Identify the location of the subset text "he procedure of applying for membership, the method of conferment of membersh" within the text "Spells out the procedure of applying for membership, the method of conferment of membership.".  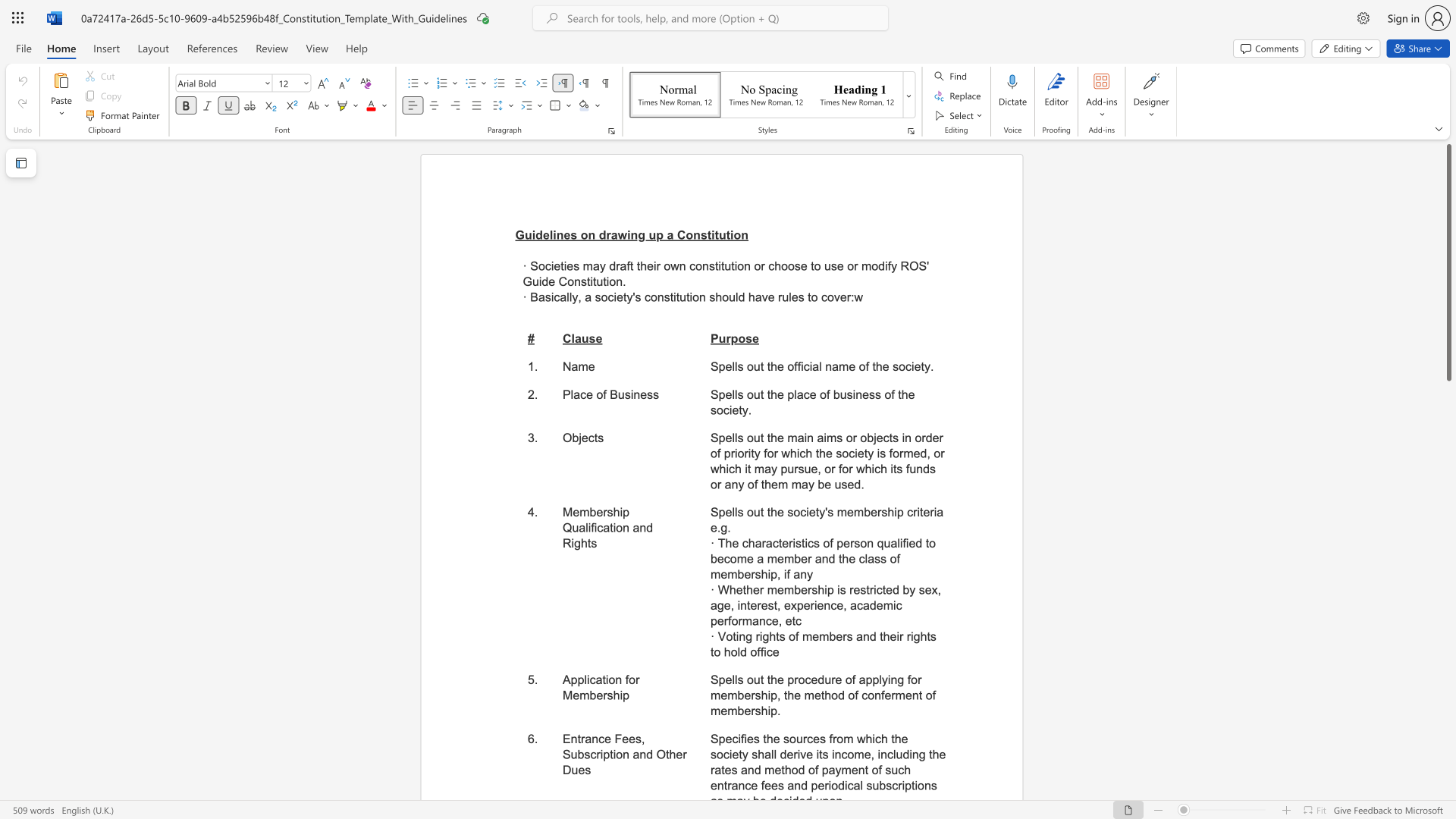
(770, 679).